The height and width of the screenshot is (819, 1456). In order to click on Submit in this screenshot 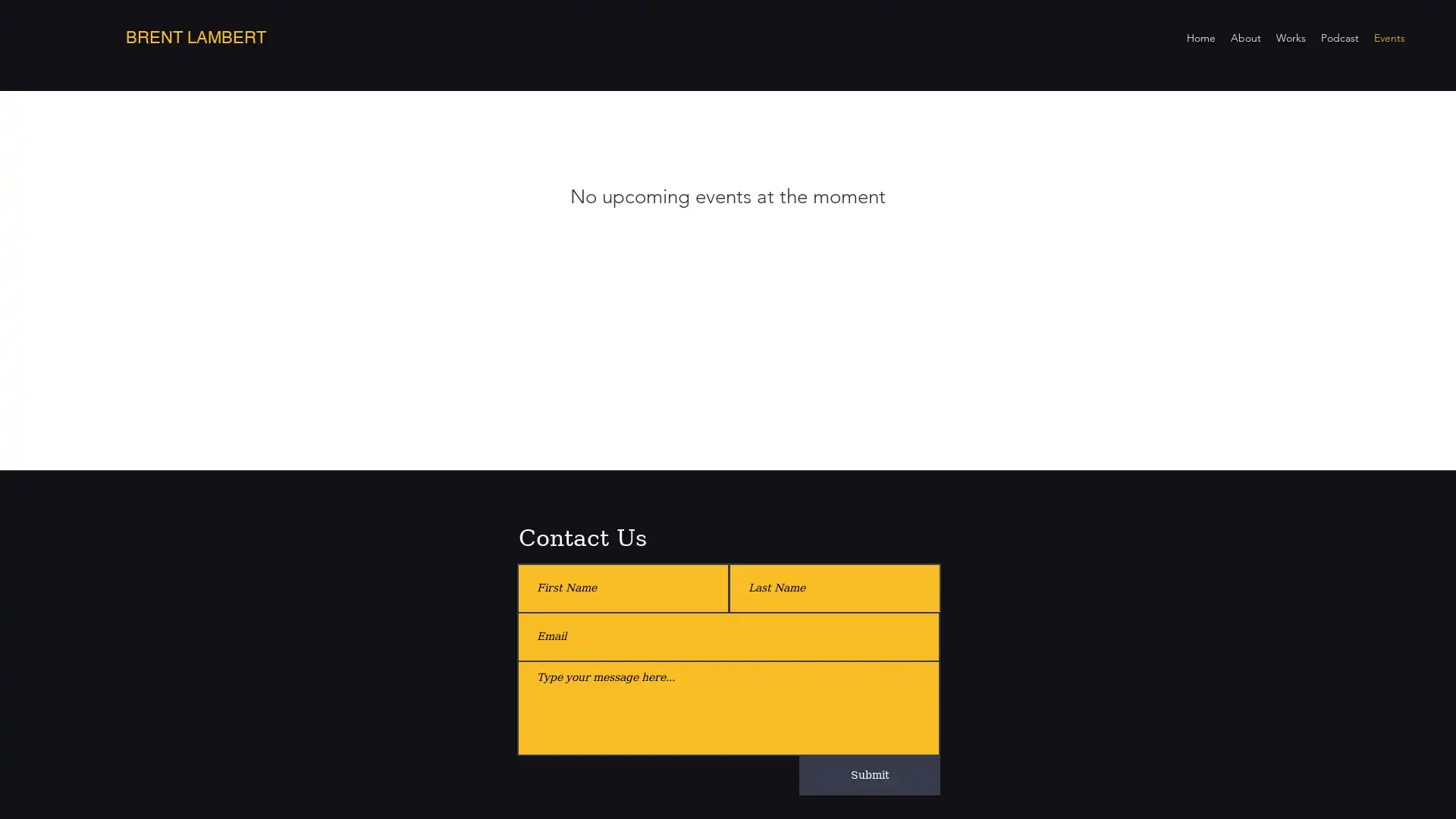, I will do `click(870, 775)`.